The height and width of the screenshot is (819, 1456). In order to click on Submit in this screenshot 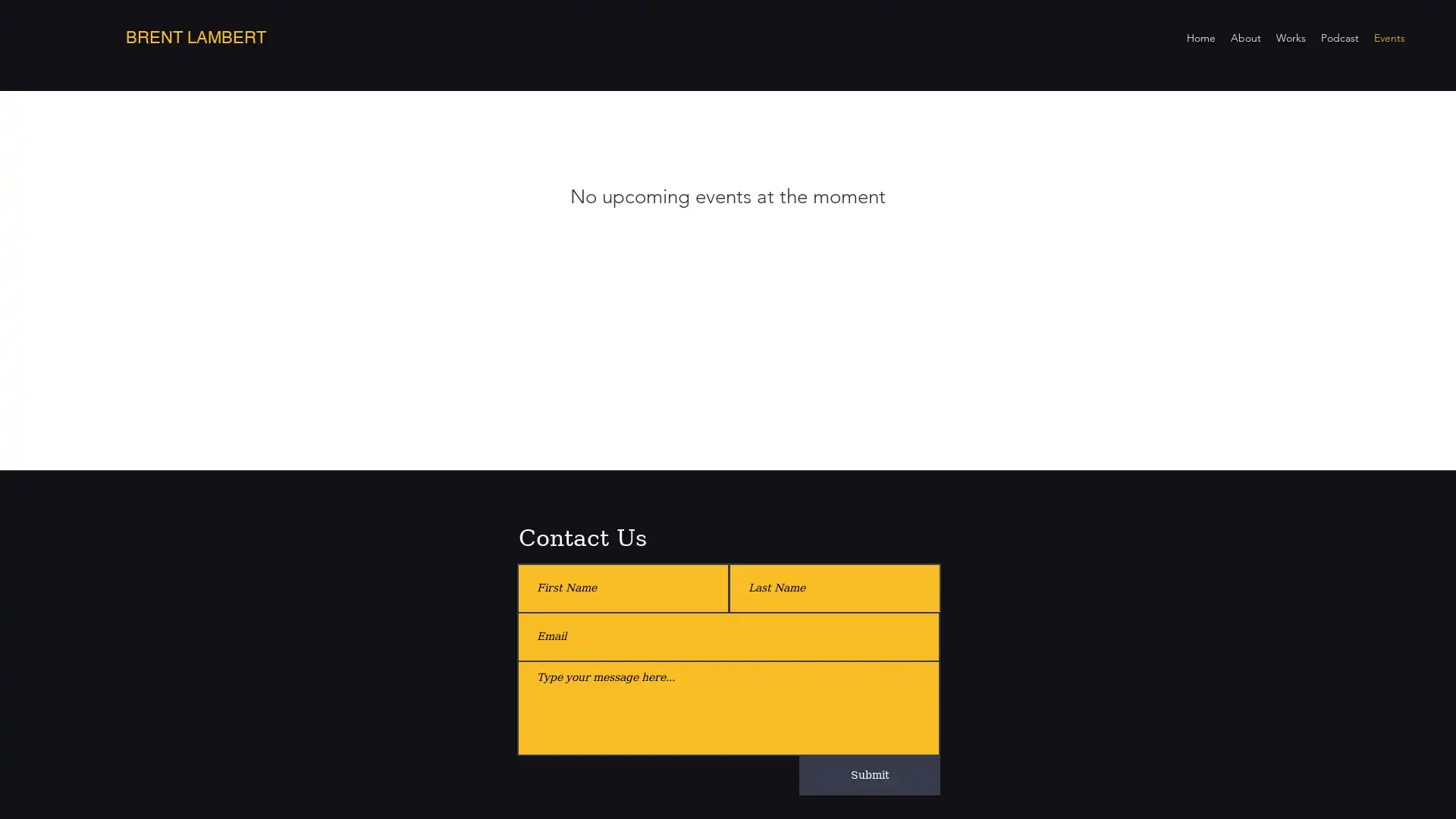, I will do `click(870, 775)`.